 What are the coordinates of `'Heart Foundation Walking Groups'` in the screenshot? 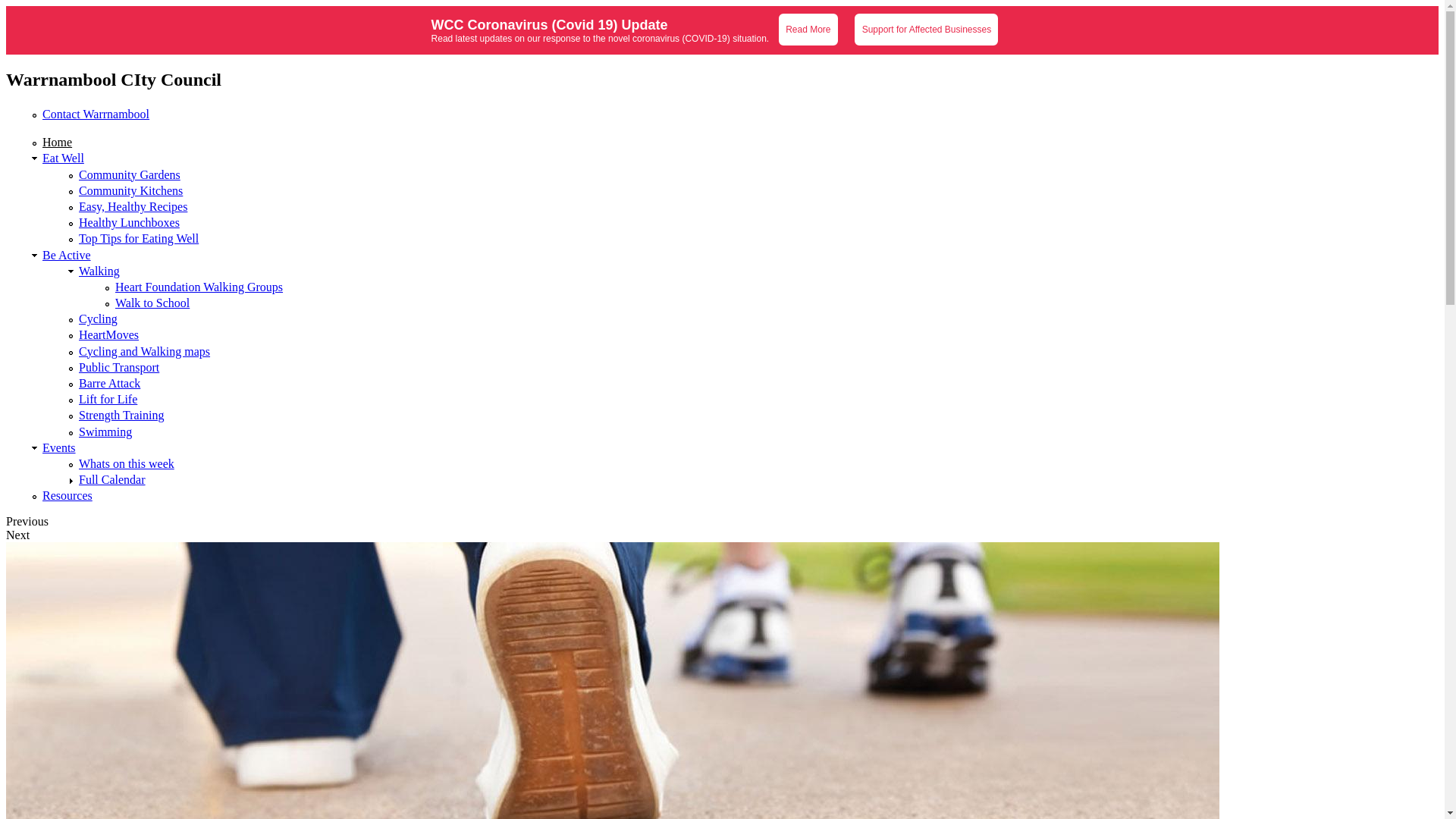 It's located at (198, 287).